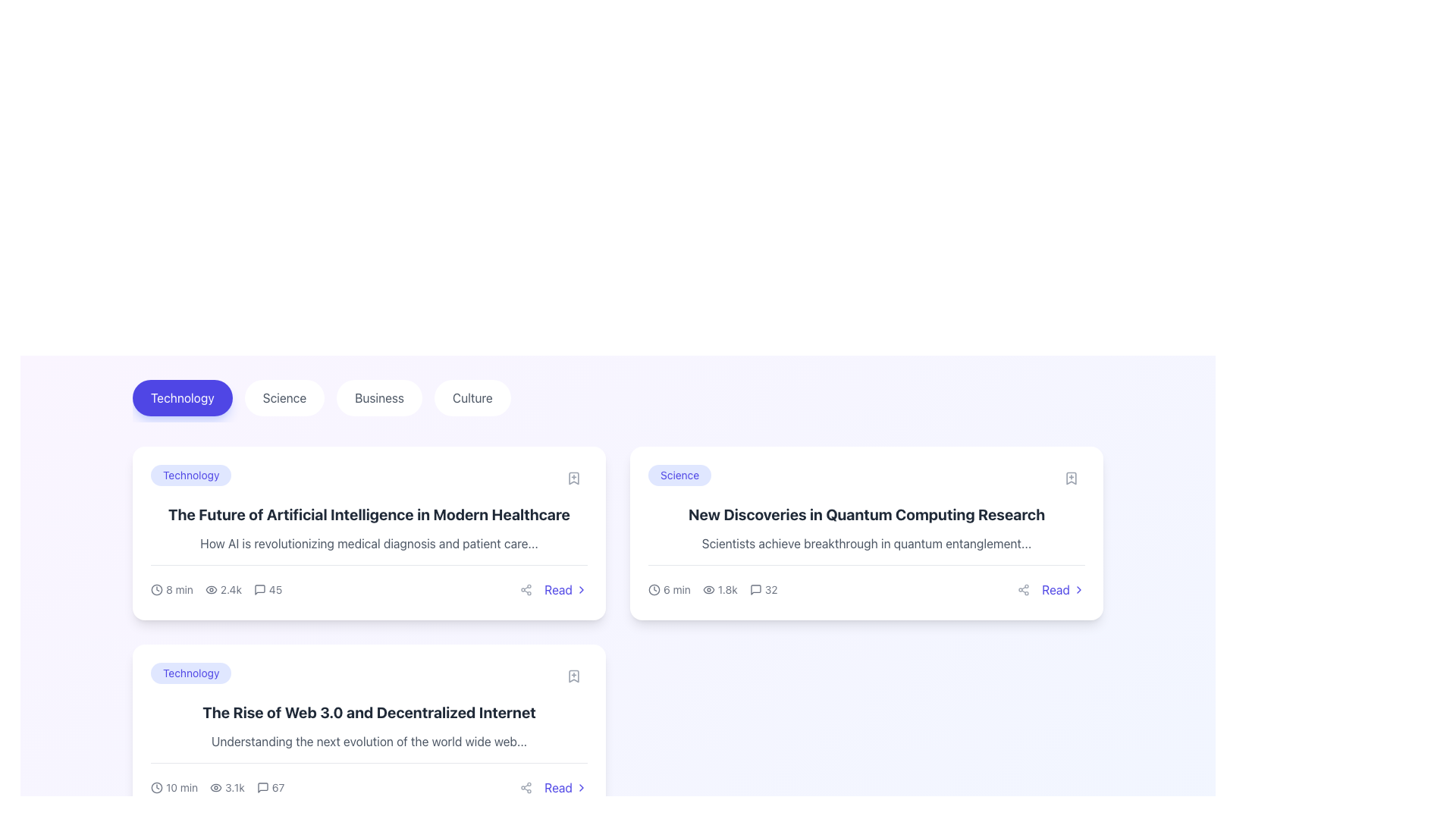 The height and width of the screenshot is (819, 1456). What do you see at coordinates (156, 786) in the screenshot?
I see `the circular graphic element of the icon, which is part of the design associated with the text '10 min' below the title 'The Rise of Web 3.0 and Decentralized Internet'` at bounding box center [156, 786].